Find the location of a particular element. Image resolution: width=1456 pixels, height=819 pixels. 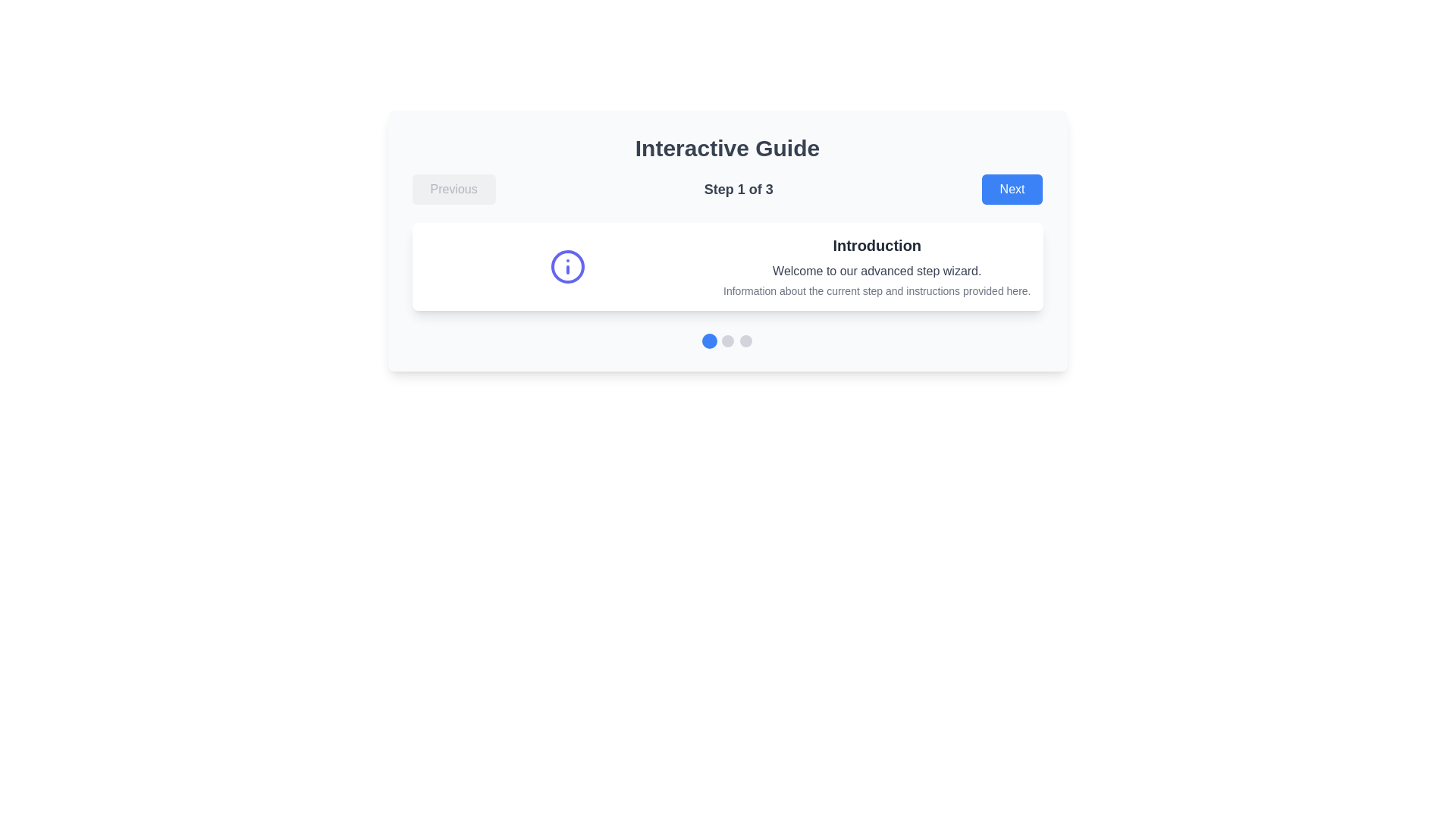

the 'Previous' button, which is a rectangular button with light gray text indicating a disabled state, located on the left side of the interface is located at coordinates (453, 189).